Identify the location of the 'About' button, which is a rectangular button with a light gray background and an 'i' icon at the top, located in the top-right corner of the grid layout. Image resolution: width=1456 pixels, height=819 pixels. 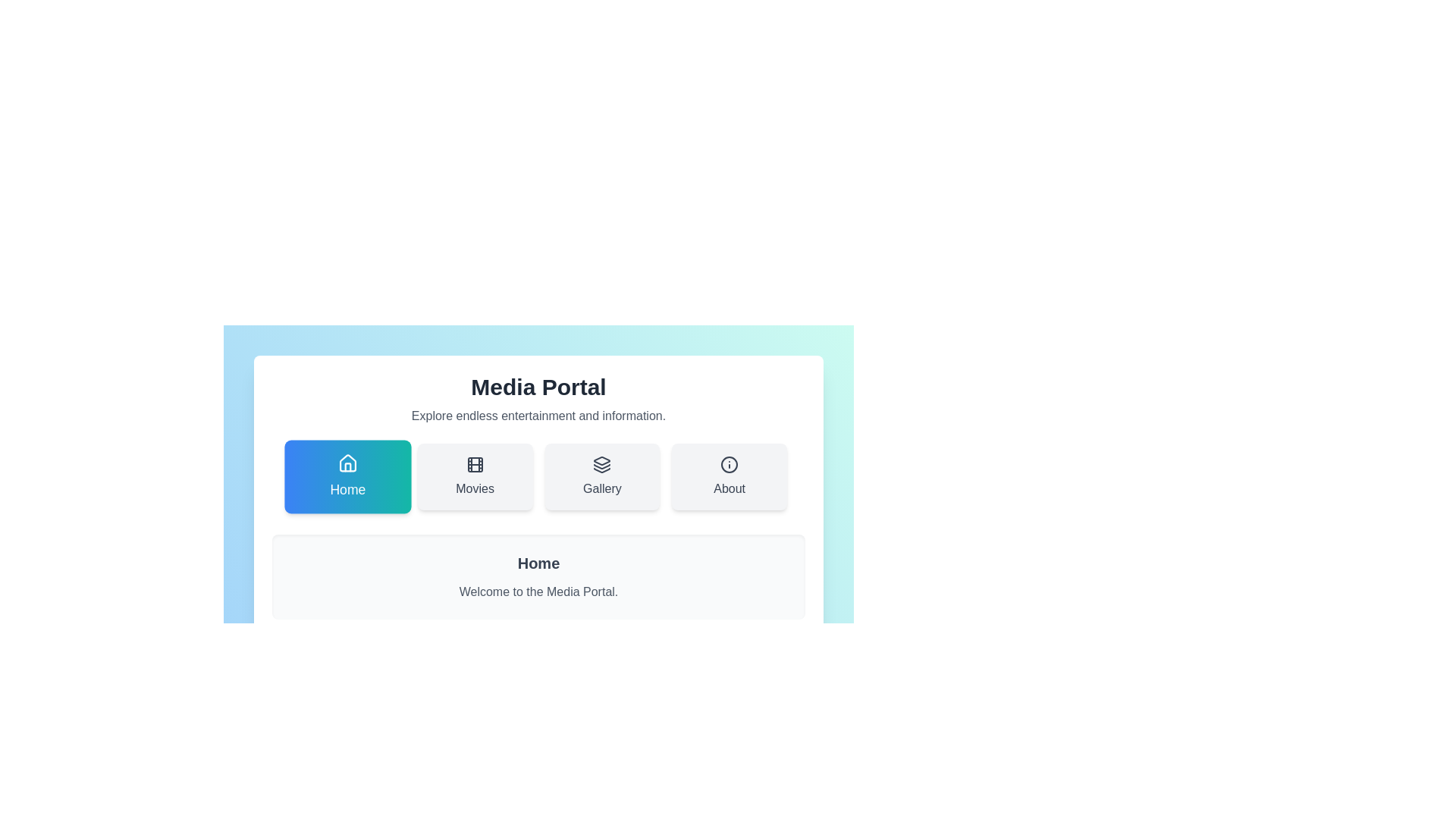
(730, 475).